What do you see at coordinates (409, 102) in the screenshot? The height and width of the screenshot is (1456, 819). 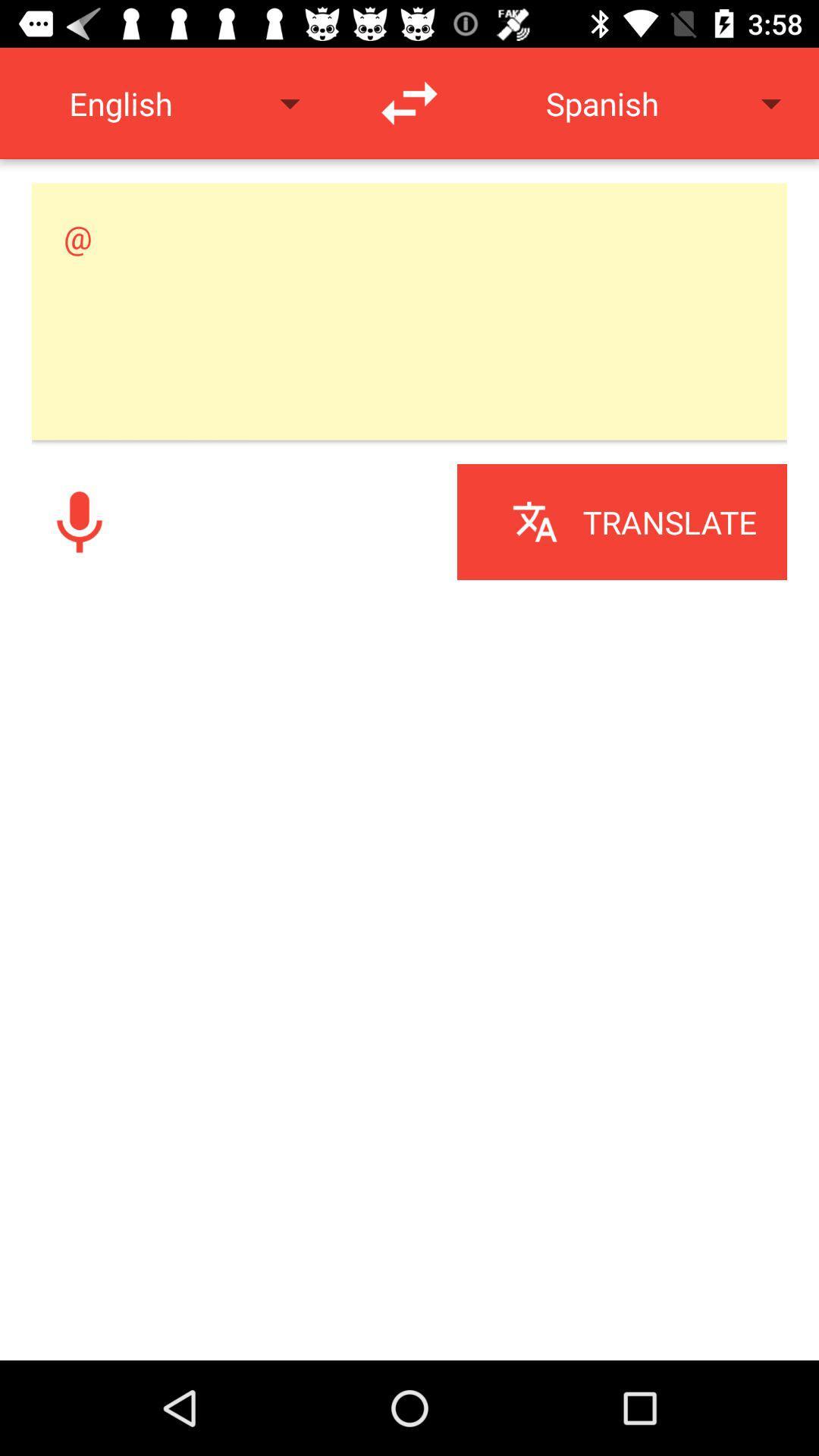 I see `switch languages` at bounding box center [409, 102].